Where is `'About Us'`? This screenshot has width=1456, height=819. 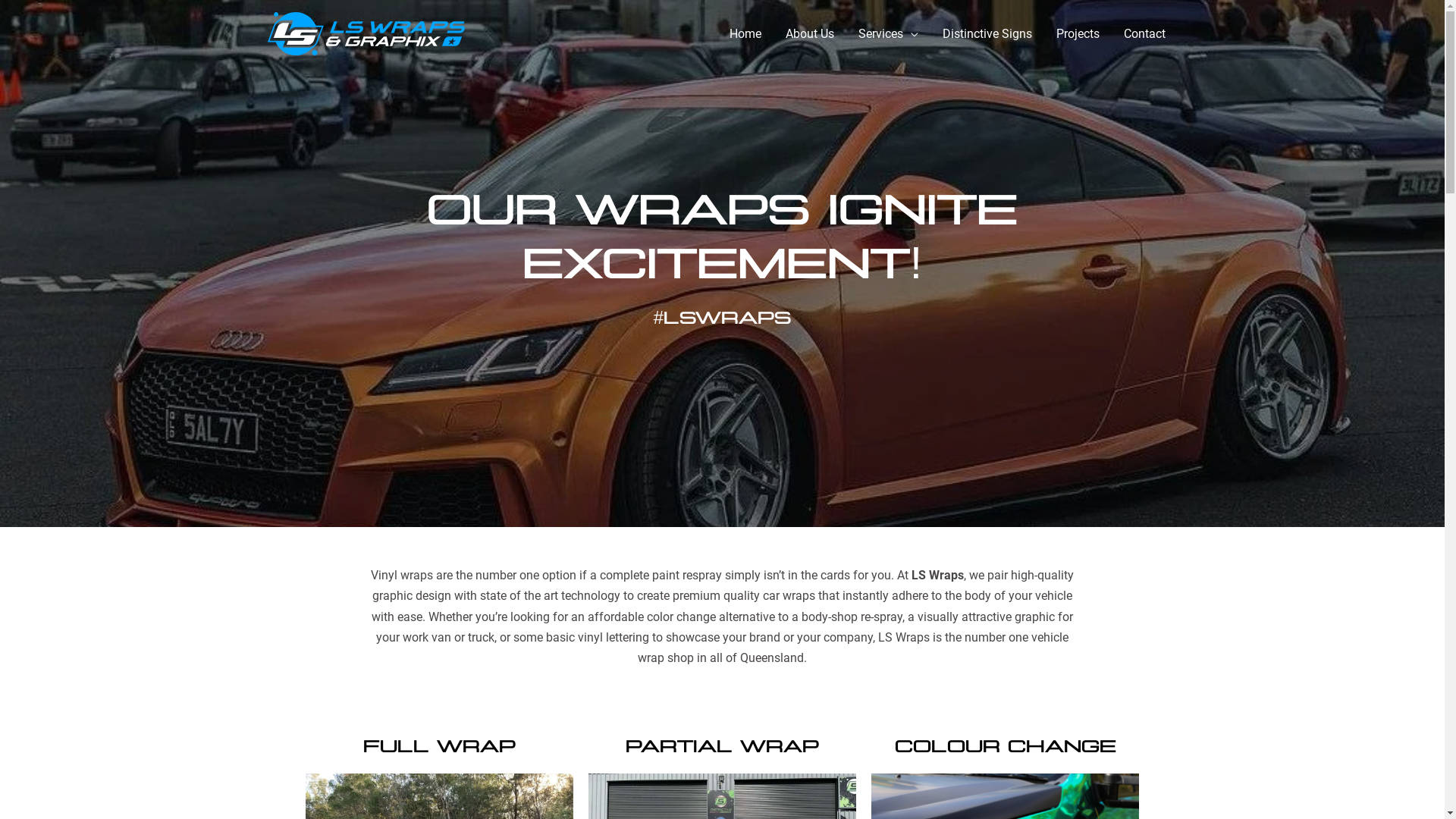
'About Us' is located at coordinates (809, 34).